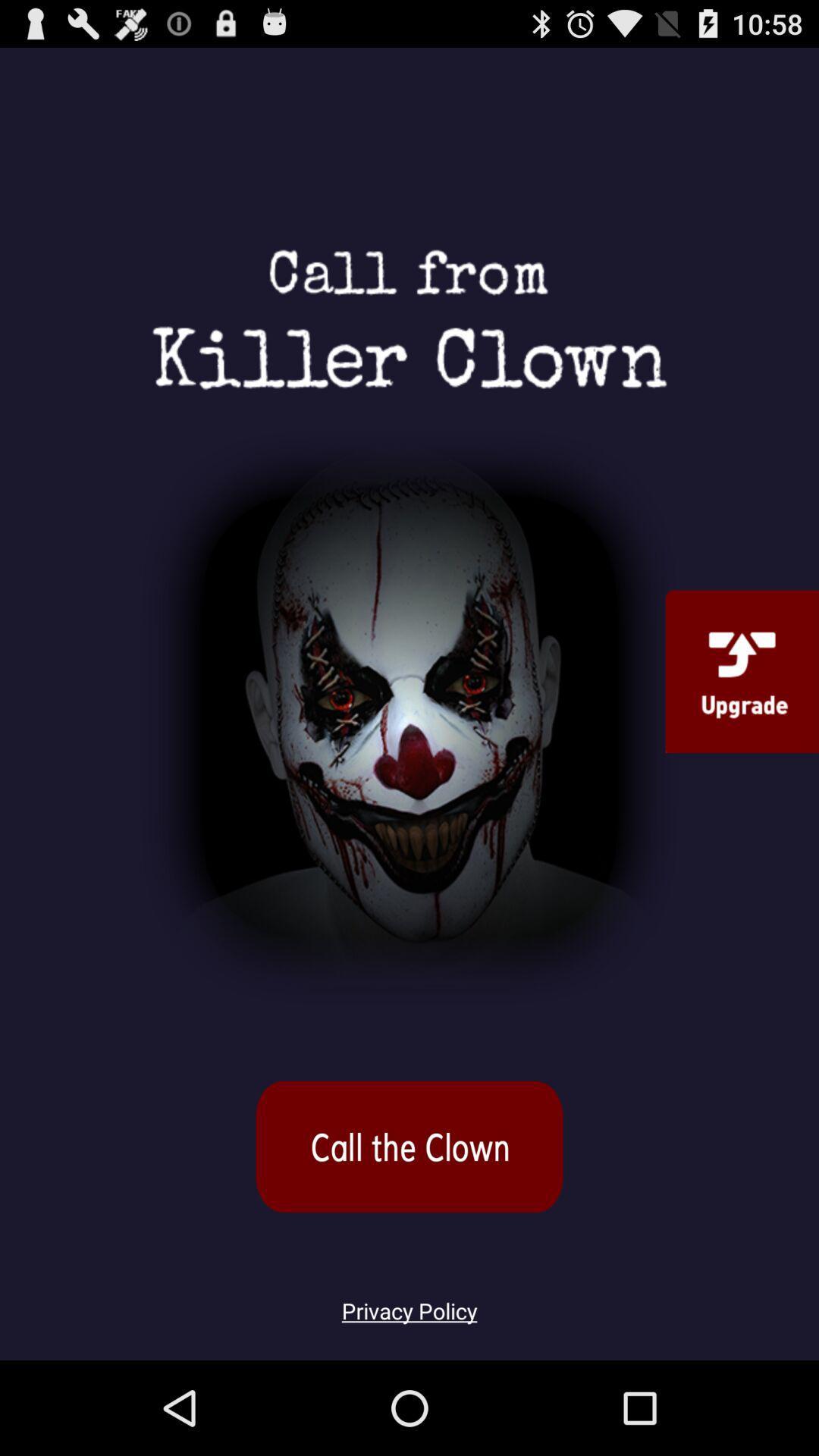  I want to click on call, so click(409, 1147).